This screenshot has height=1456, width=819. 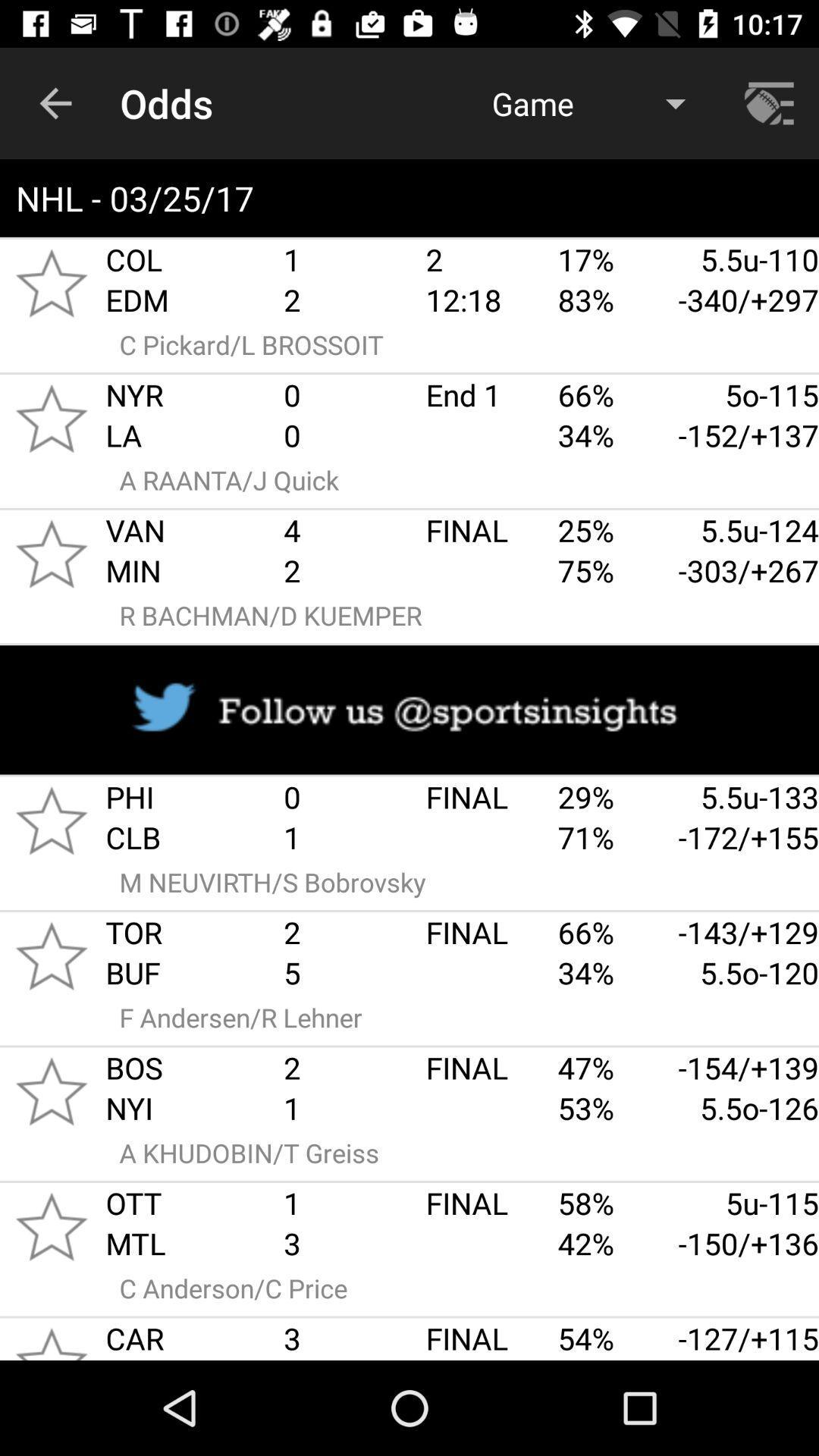 I want to click on rating, so click(x=51, y=283).